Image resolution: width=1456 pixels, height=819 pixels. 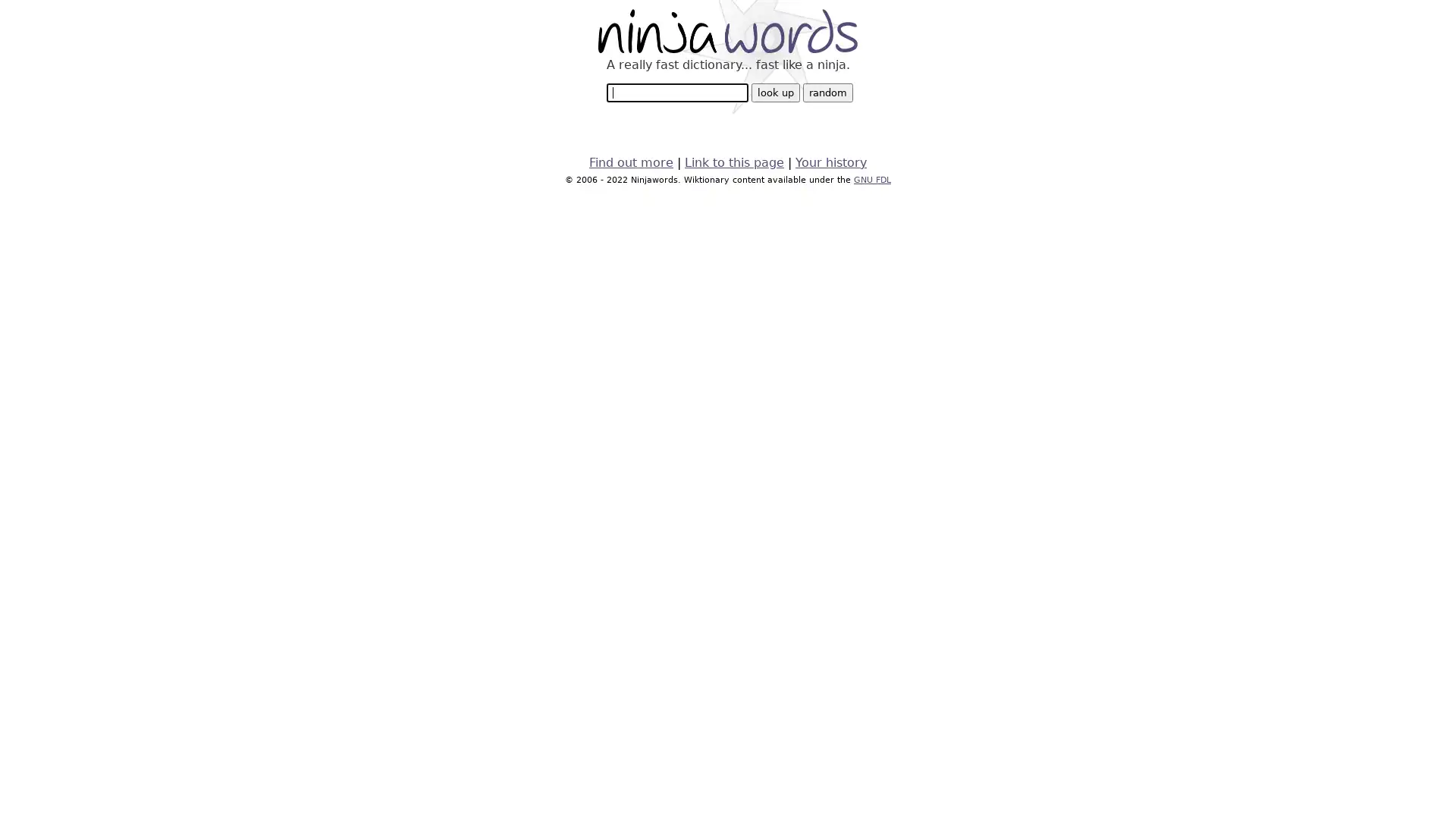 What do you see at coordinates (775, 93) in the screenshot?
I see `look up` at bounding box center [775, 93].